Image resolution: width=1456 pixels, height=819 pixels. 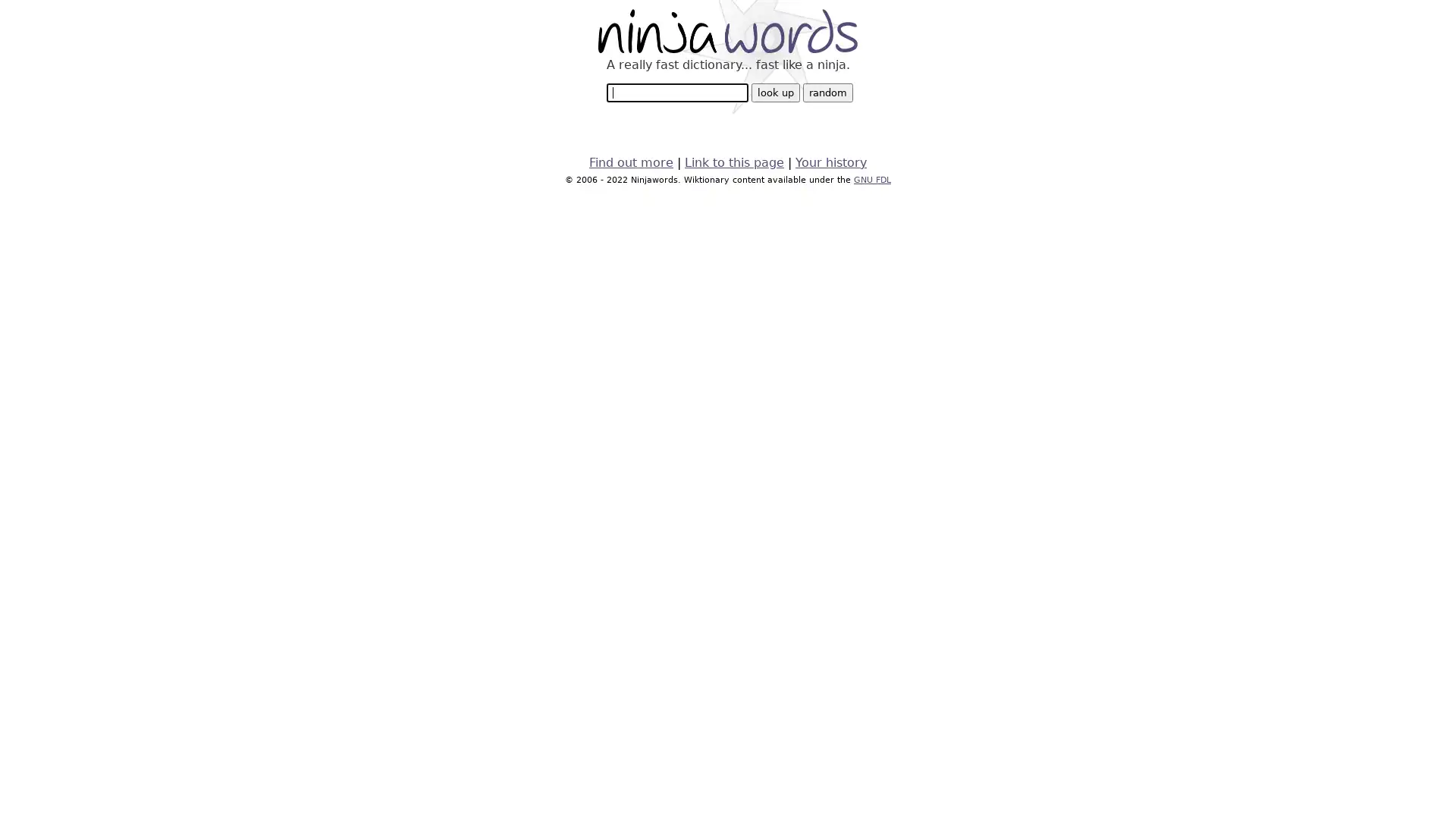 What do you see at coordinates (775, 93) in the screenshot?
I see `look up` at bounding box center [775, 93].